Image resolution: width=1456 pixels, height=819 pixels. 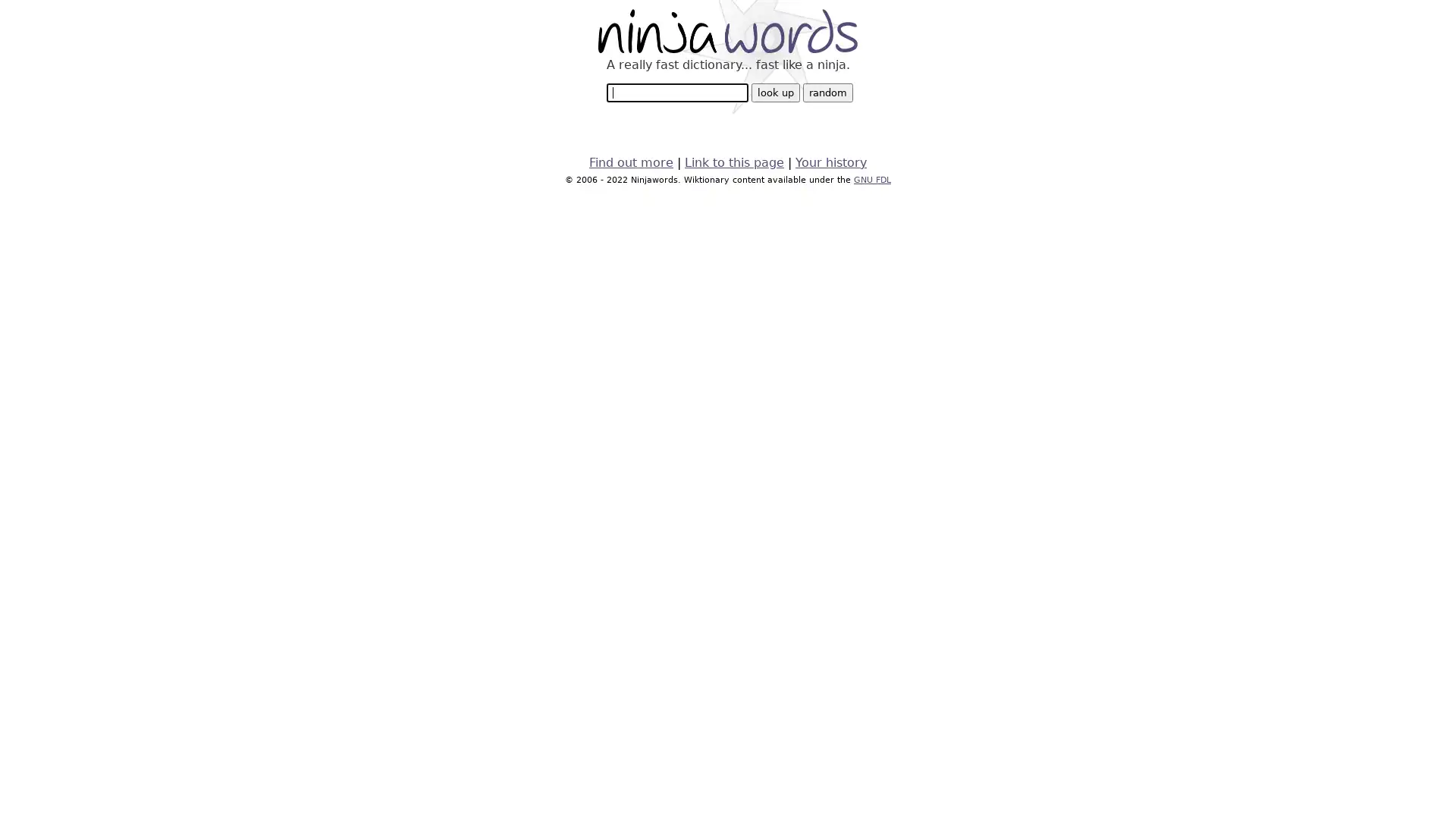 What do you see at coordinates (775, 93) in the screenshot?
I see `look up` at bounding box center [775, 93].